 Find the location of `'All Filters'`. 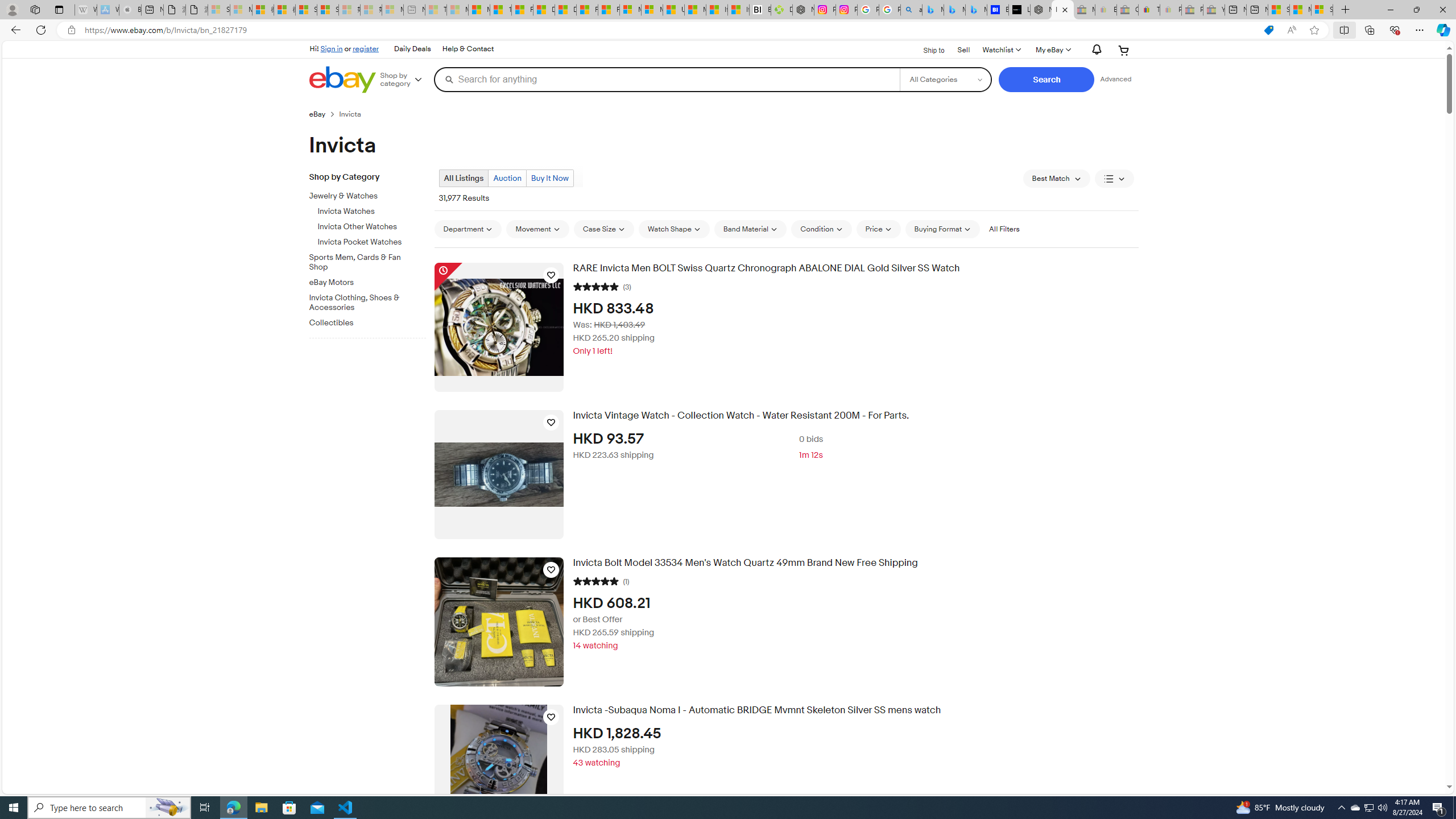

'All Filters' is located at coordinates (1004, 229).